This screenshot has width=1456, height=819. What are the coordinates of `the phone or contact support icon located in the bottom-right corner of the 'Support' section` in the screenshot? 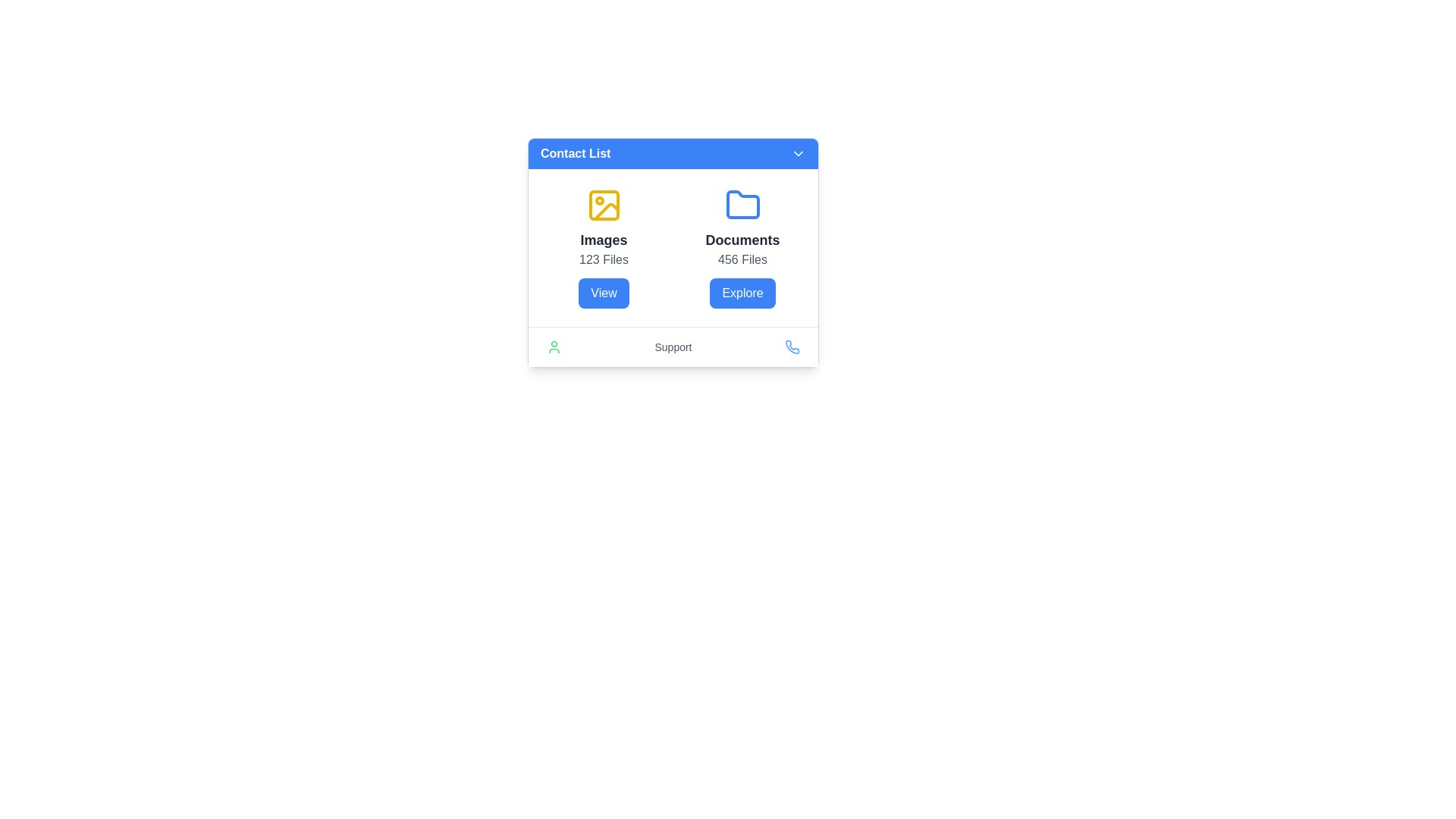 It's located at (792, 347).